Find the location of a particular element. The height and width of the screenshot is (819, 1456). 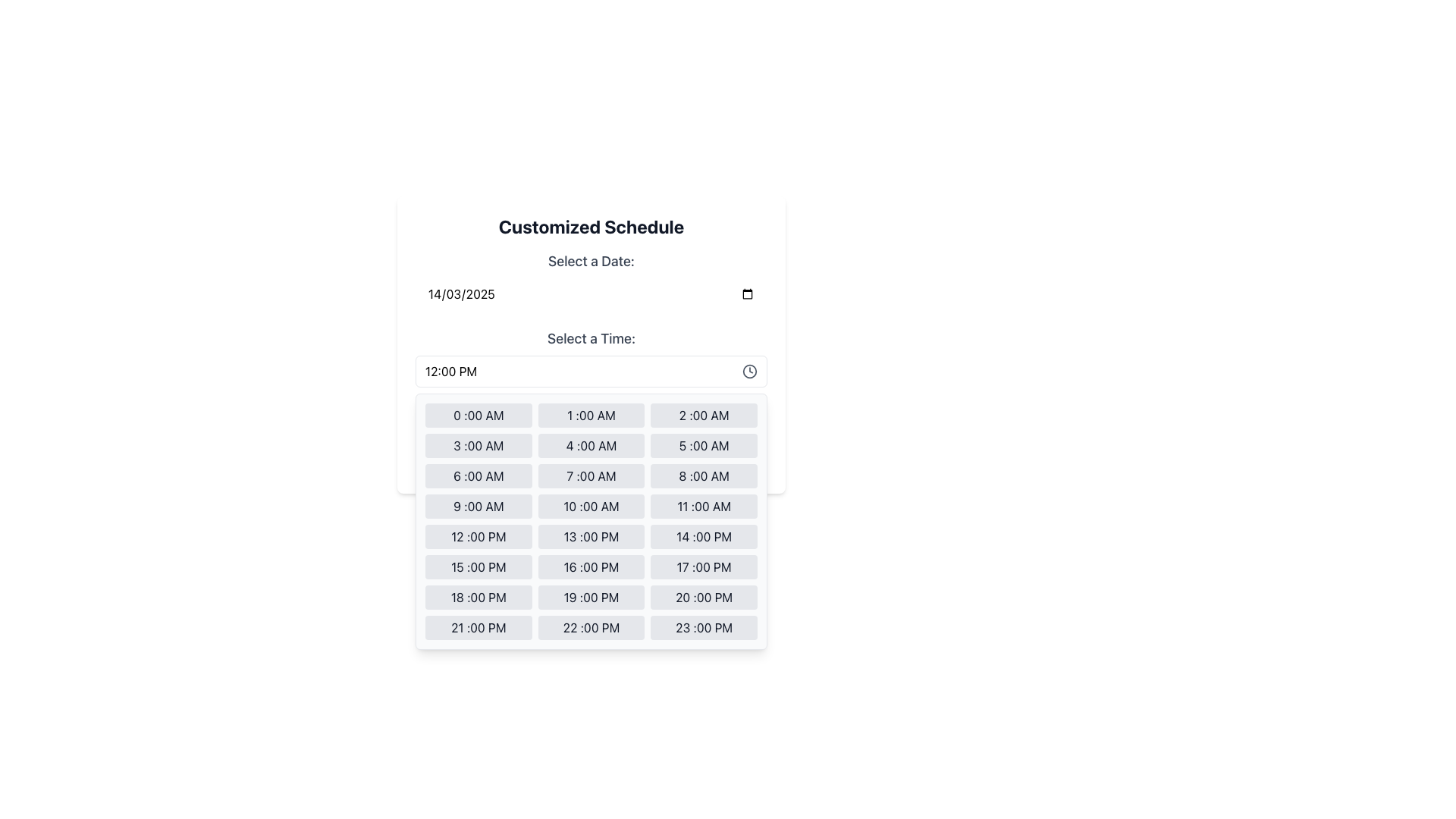

the button displaying '16 :00 PM' is located at coordinates (590, 567).